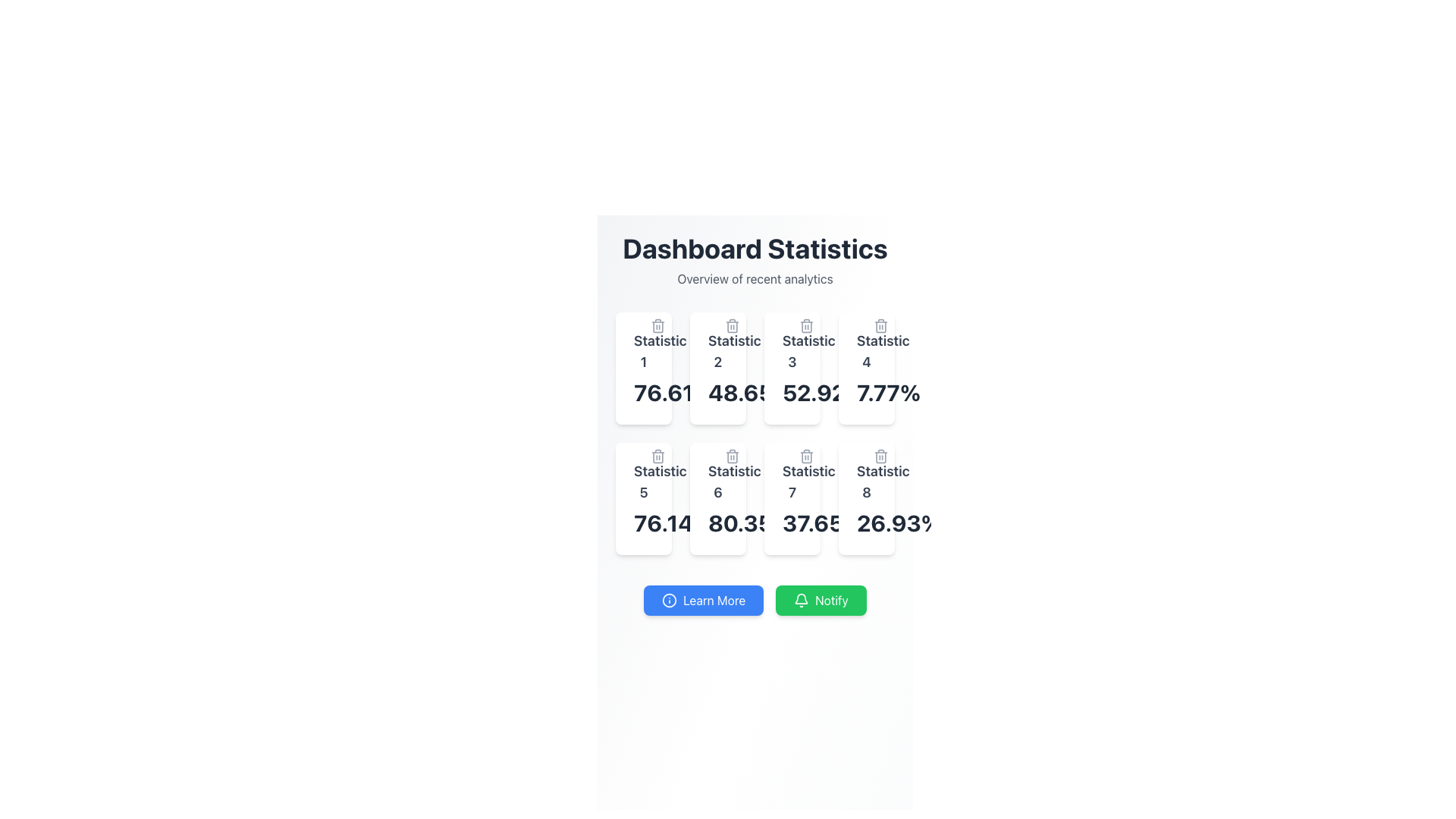 Image resolution: width=1456 pixels, height=819 pixels. I want to click on the static text element that serves as the title or identifier for a card item located in the second row, third column of the grid layout, so click(792, 482).